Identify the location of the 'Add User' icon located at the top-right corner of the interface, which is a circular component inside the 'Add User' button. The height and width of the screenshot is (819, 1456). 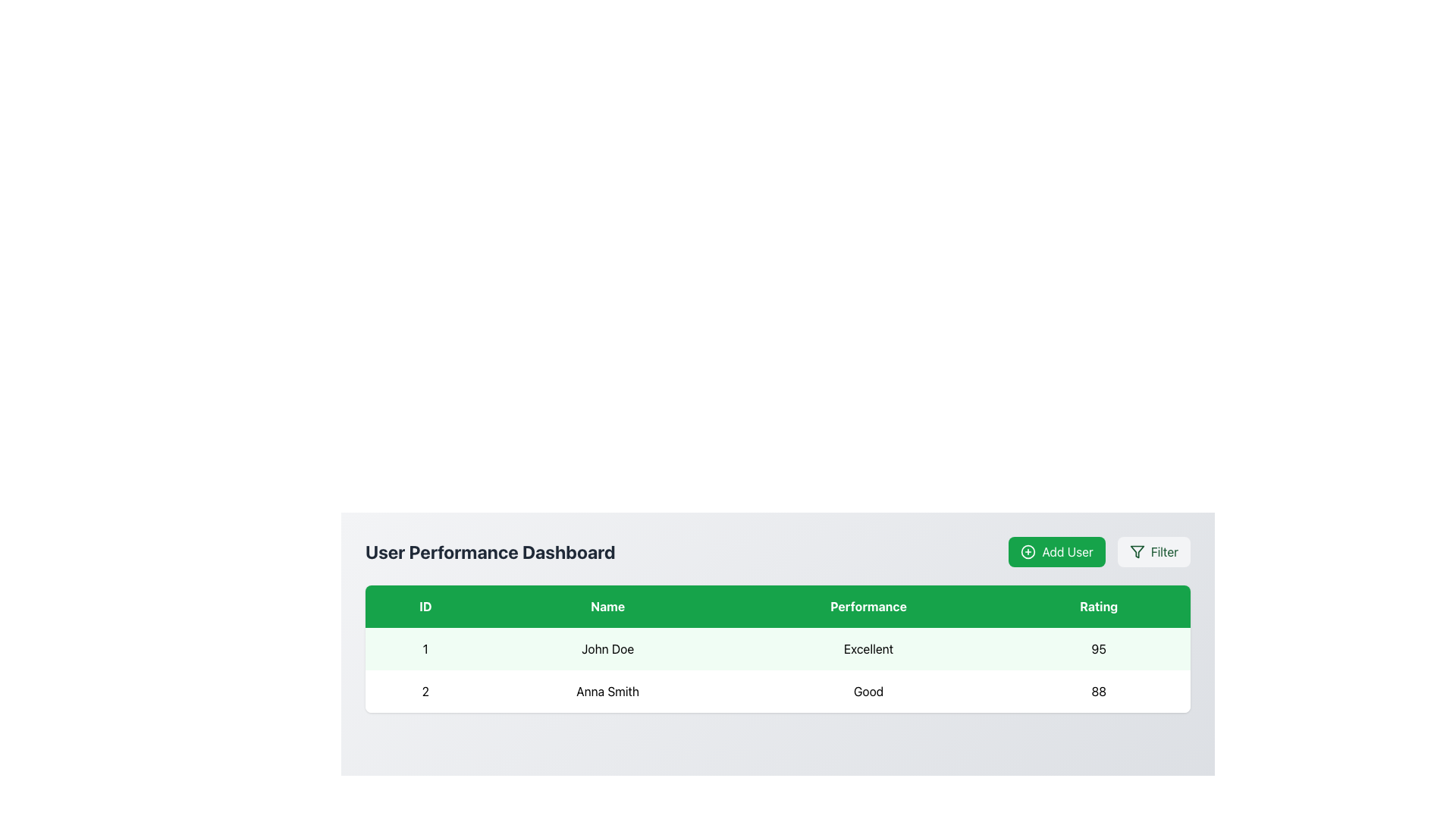
(1028, 552).